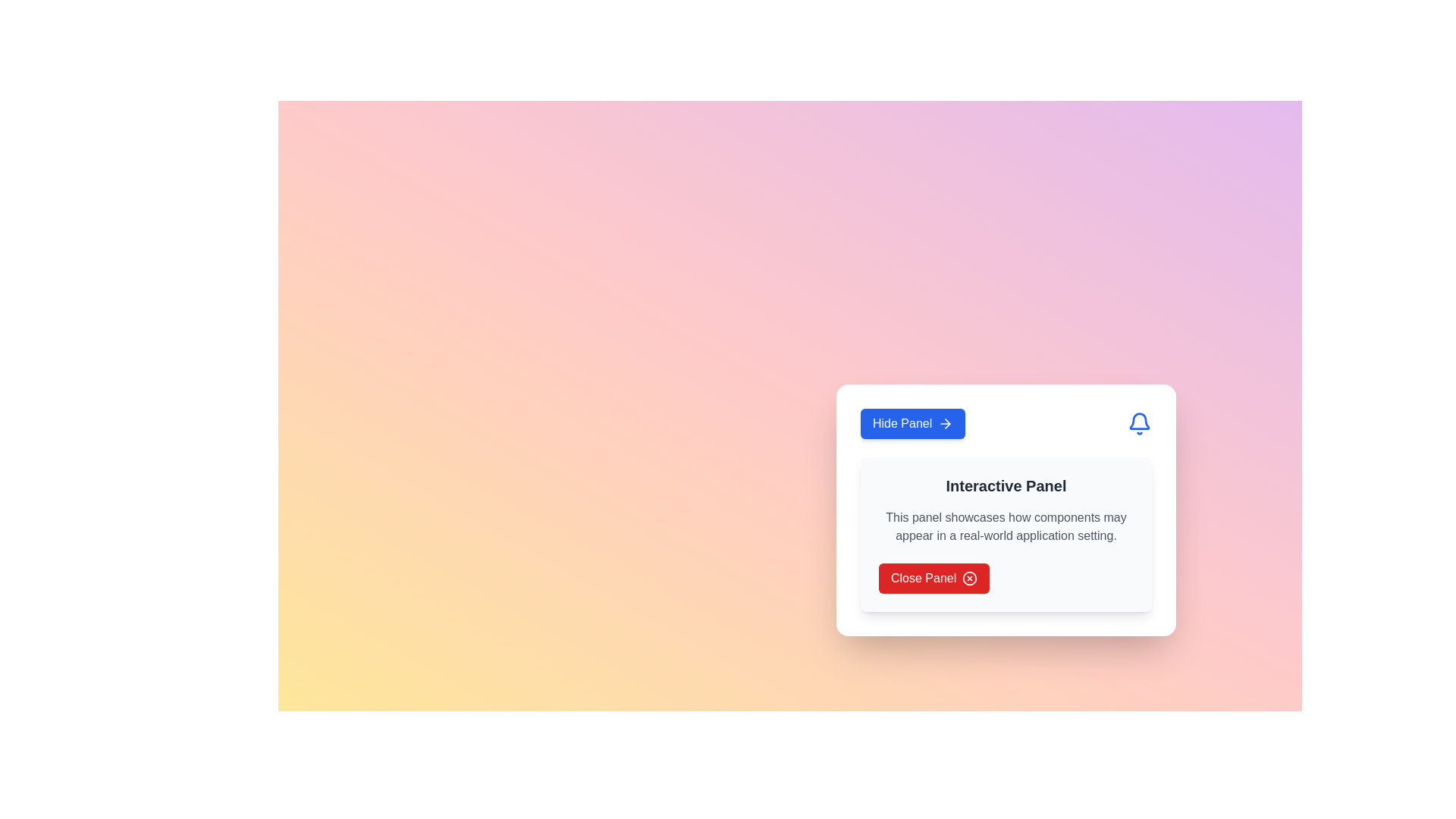 The width and height of the screenshot is (1456, 819). Describe the element at coordinates (934, 579) in the screenshot. I see `the button designed to trigger the closure of the surrounding panel for accessibility navigation` at that location.